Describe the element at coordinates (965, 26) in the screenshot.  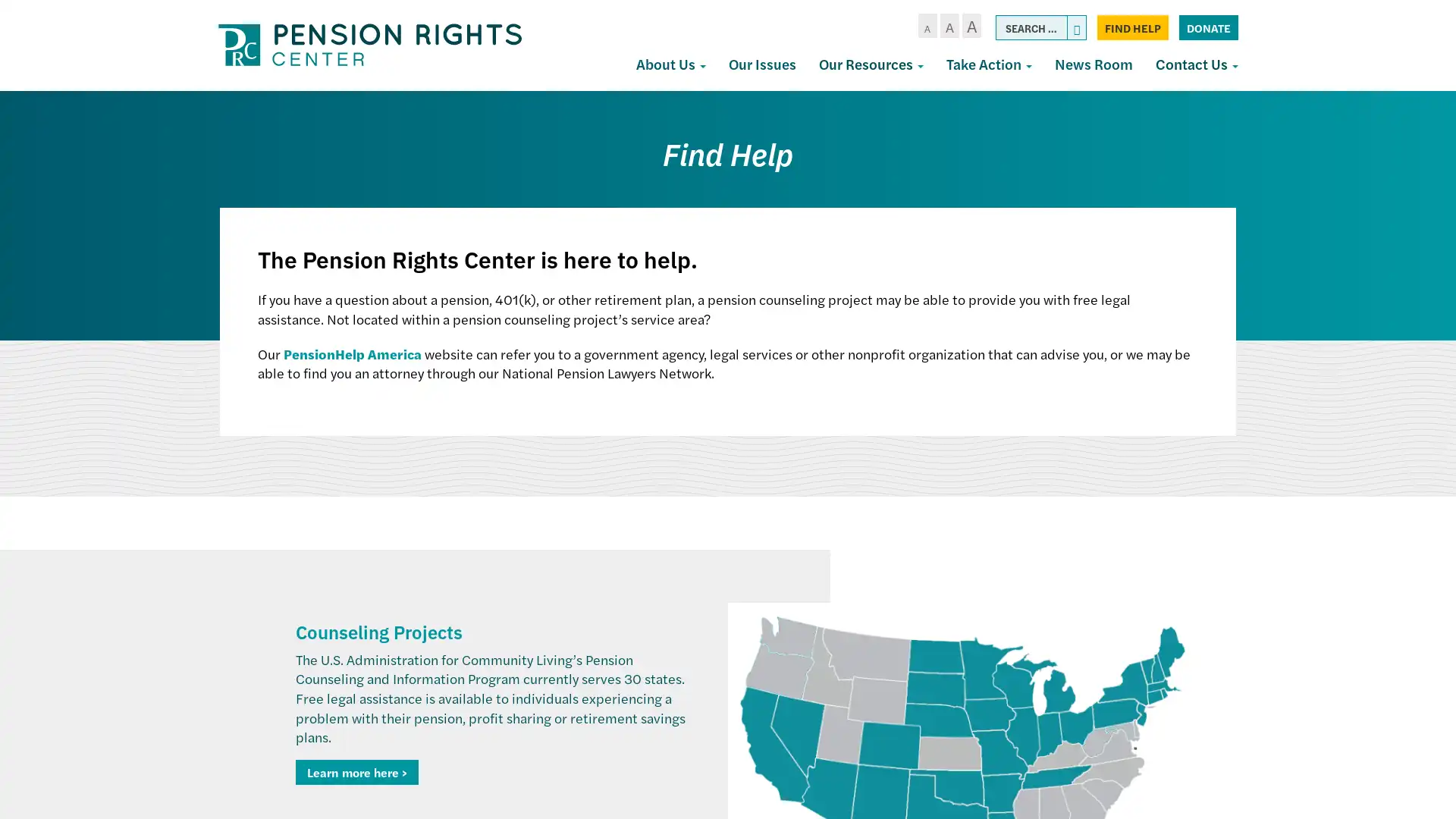
I see `A` at that location.